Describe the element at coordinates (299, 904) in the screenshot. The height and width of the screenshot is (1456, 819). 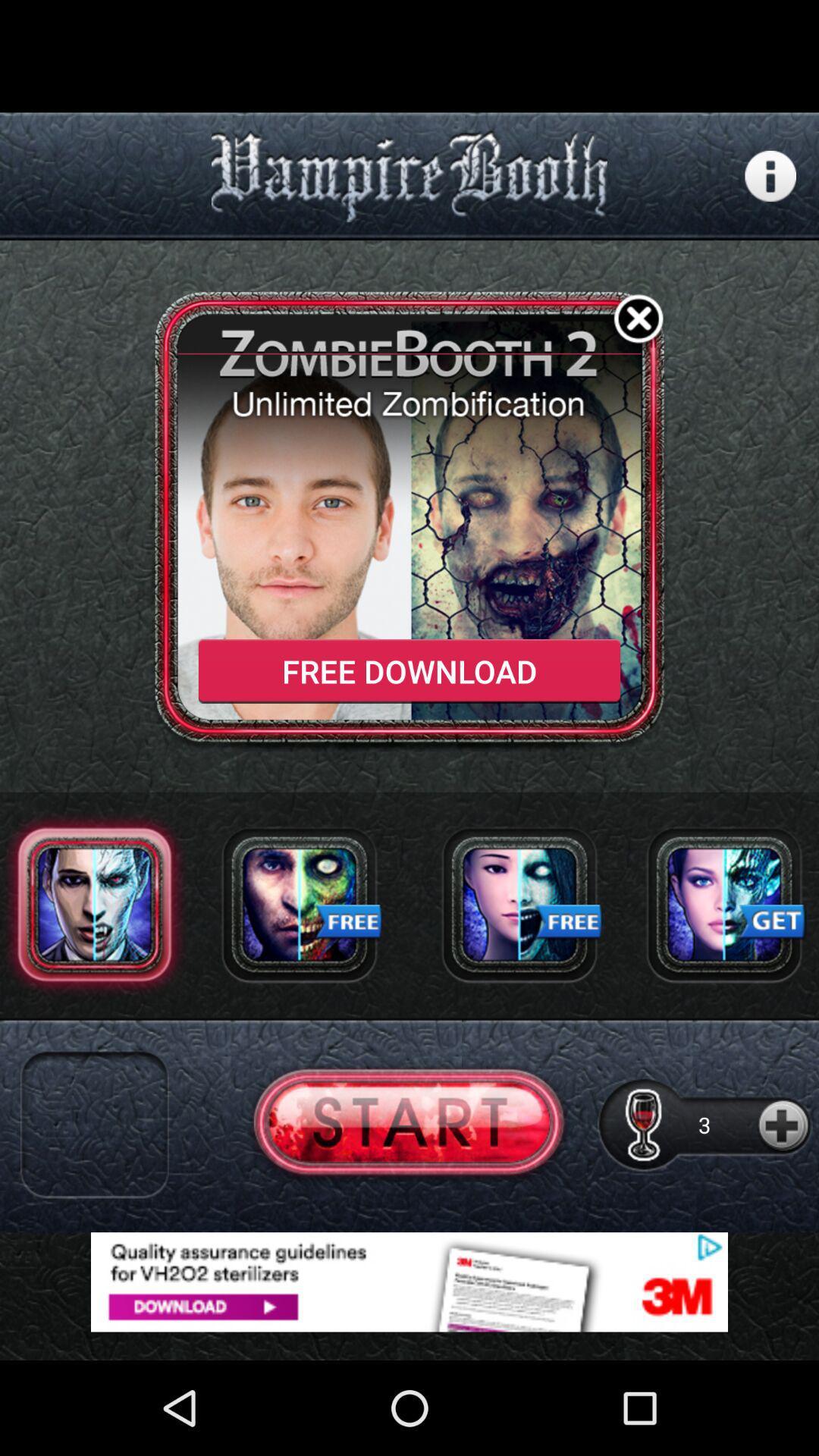
I see `download effect` at that location.